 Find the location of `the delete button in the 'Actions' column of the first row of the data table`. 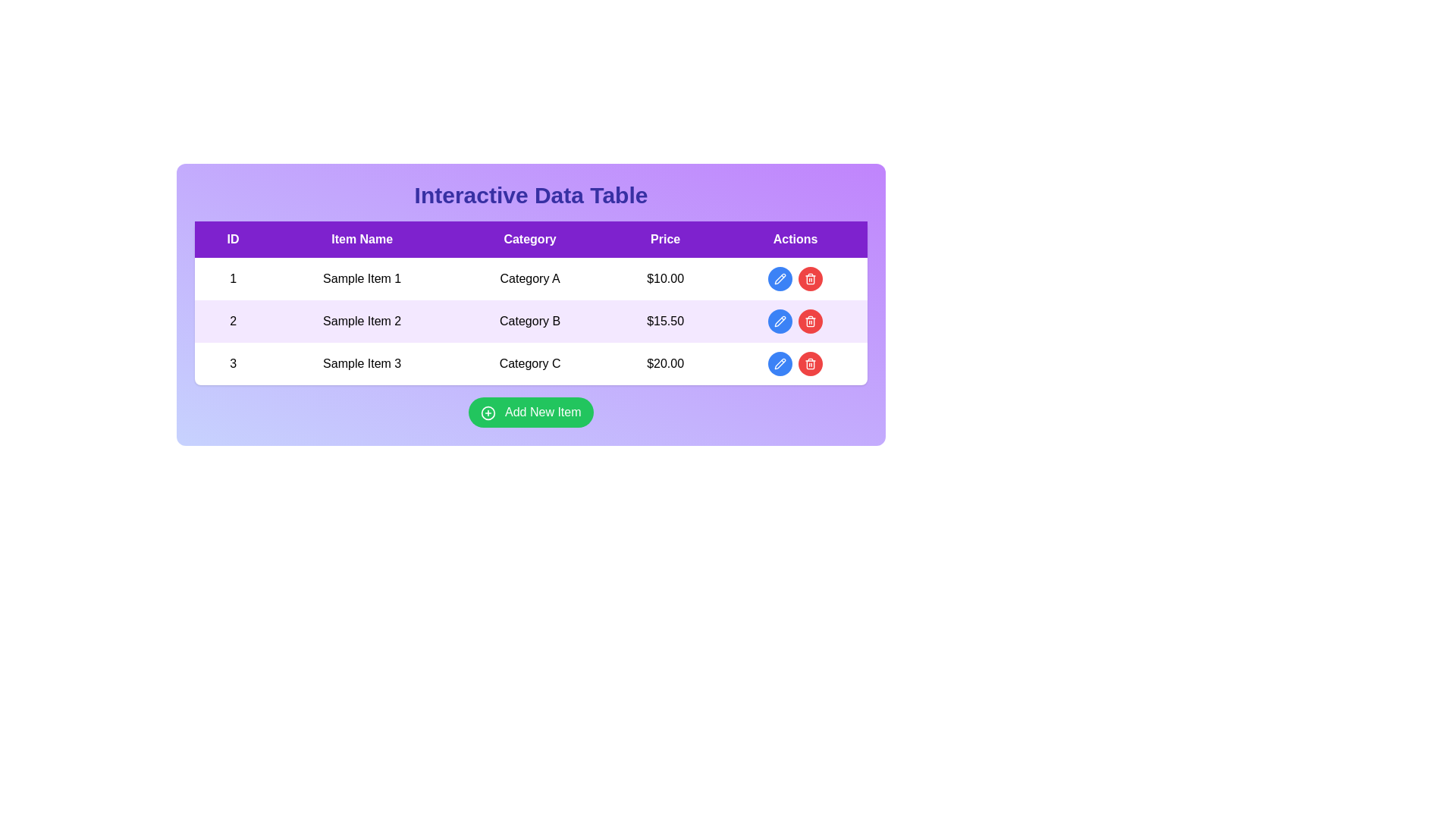

the delete button in the 'Actions' column of the first row of the data table is located at coordinates (810, 278).